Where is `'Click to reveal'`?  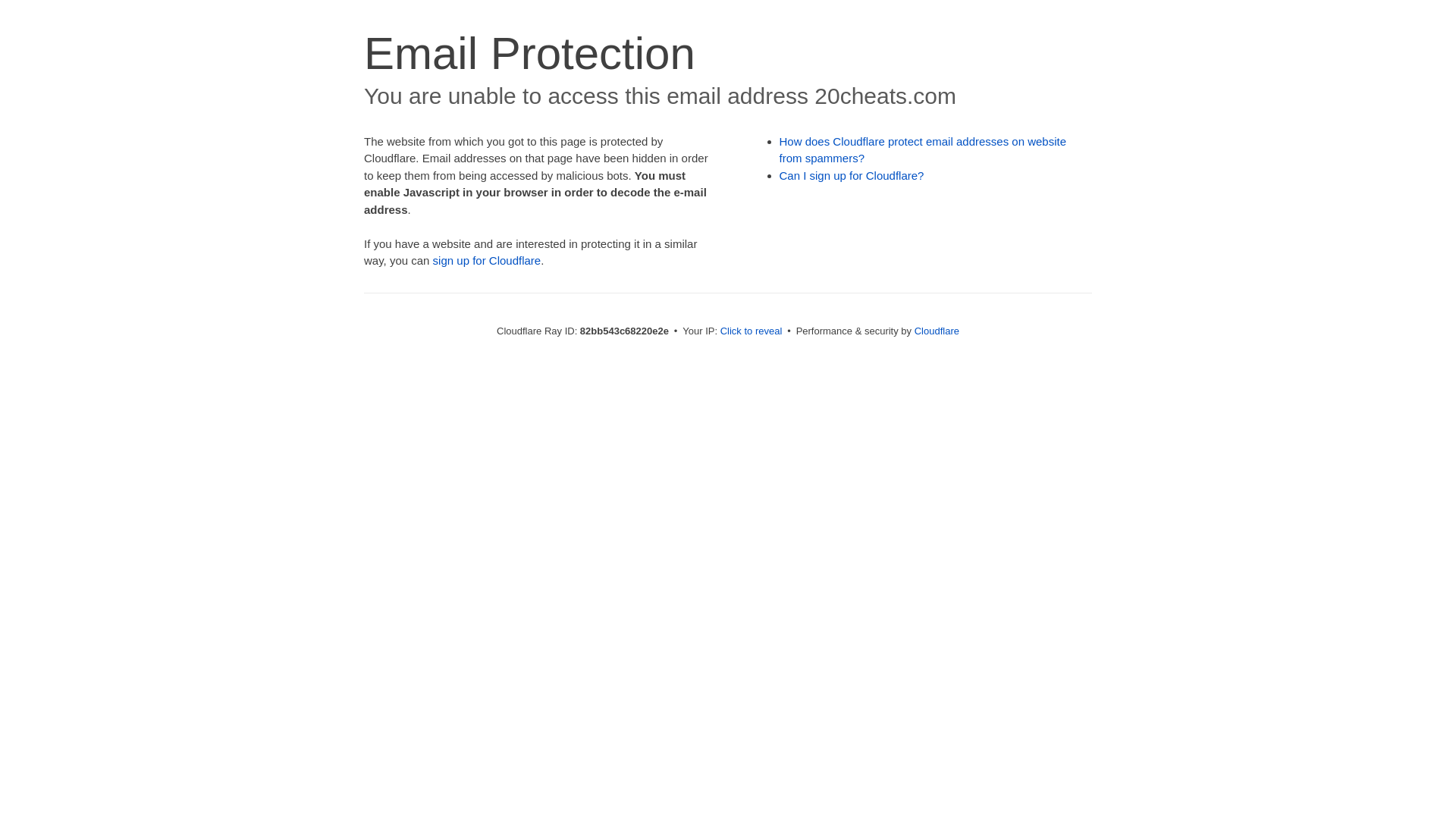
'Click to reveal' is located at coordinates (751, 330).